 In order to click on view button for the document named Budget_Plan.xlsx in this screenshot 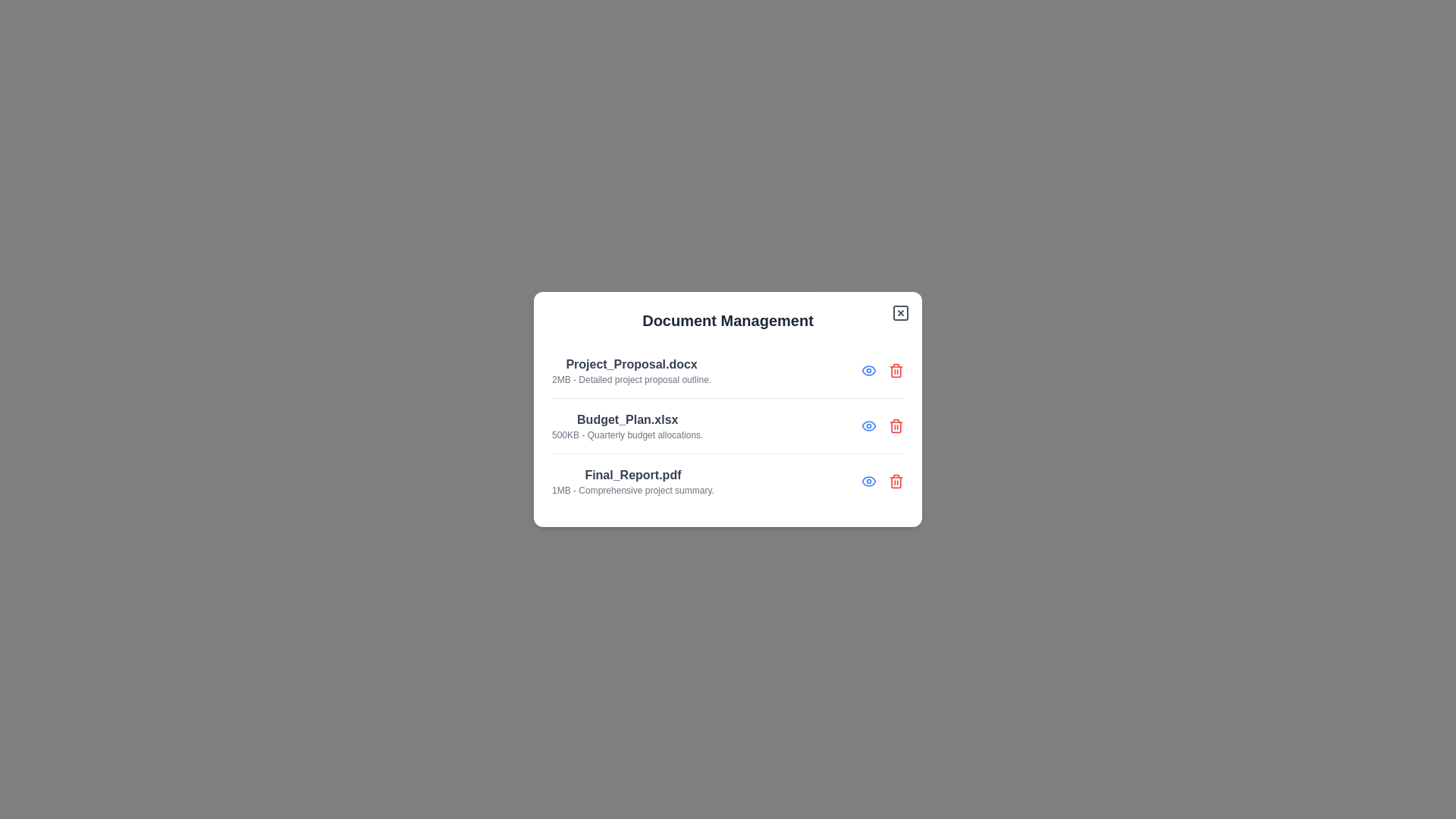, I will do `click(869, 426)`.